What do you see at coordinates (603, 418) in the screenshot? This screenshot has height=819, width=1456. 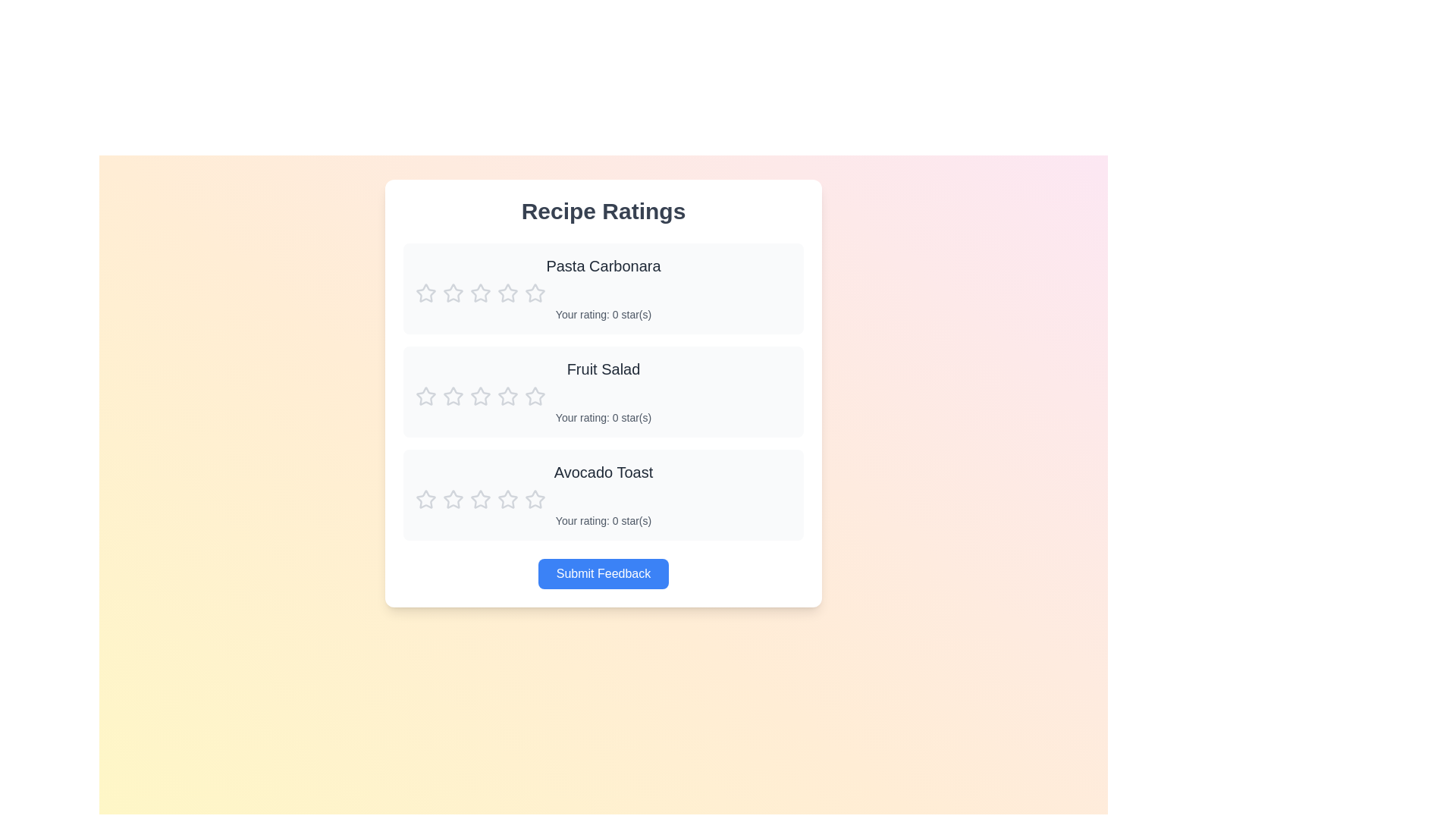 I see `text label displaying the current rating for the 'Fruit Salad' item, which is located below the 'Fruit Salad' title and the star rating widget` at bounding box center [603, 418].